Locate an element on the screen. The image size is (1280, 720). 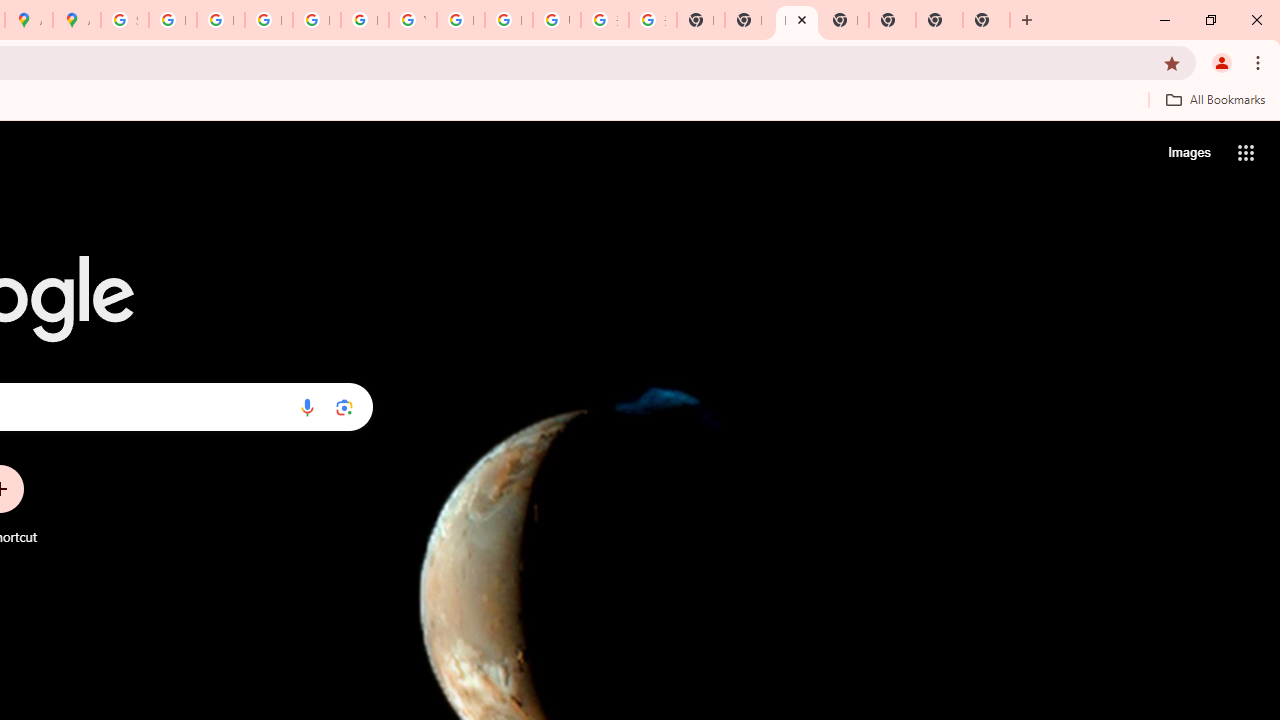
'All Bookmarks' is located at coordinates (1214, 99).